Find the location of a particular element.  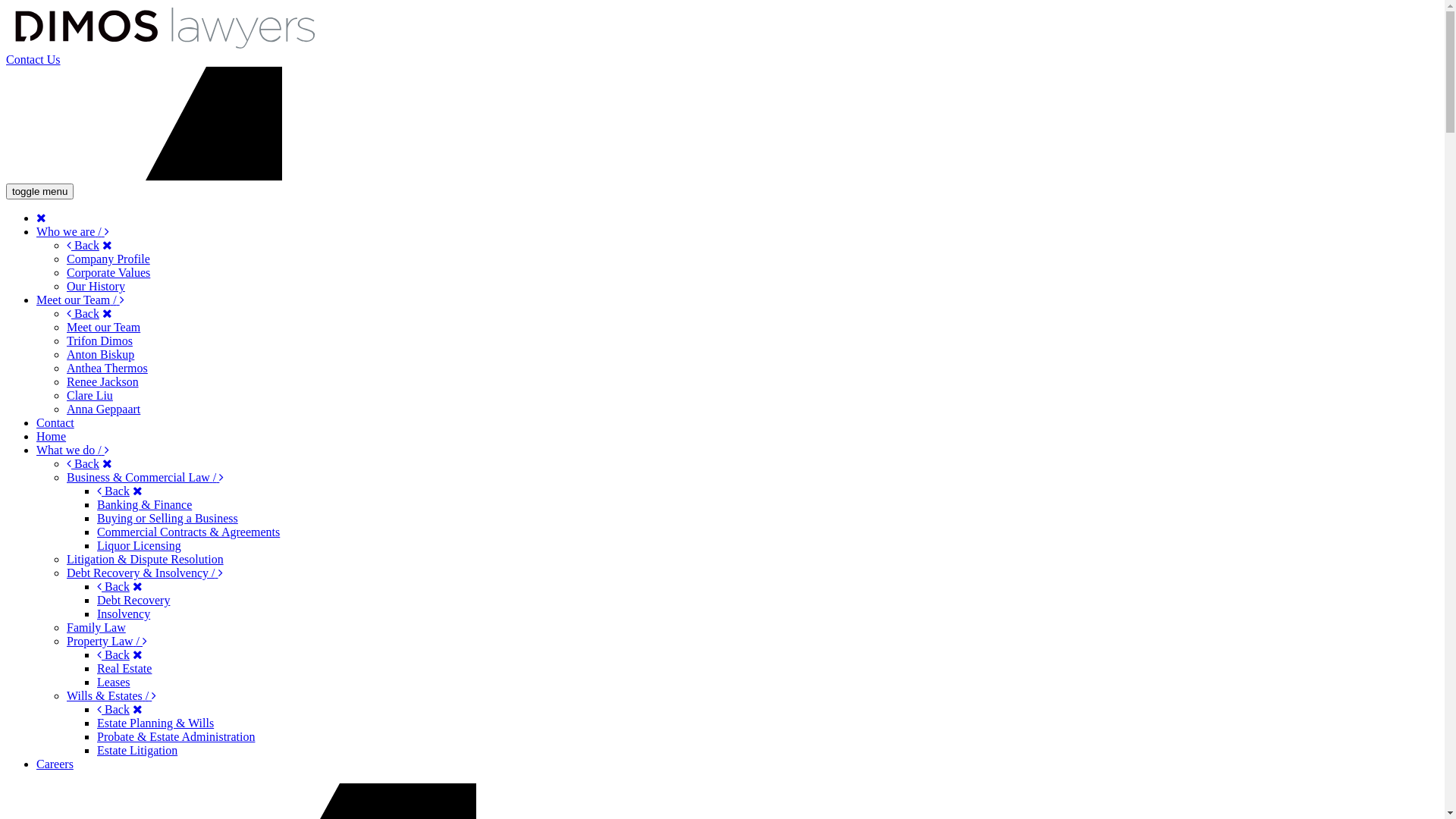

'Anna Geppaart' is located at coordinates (102, 408).